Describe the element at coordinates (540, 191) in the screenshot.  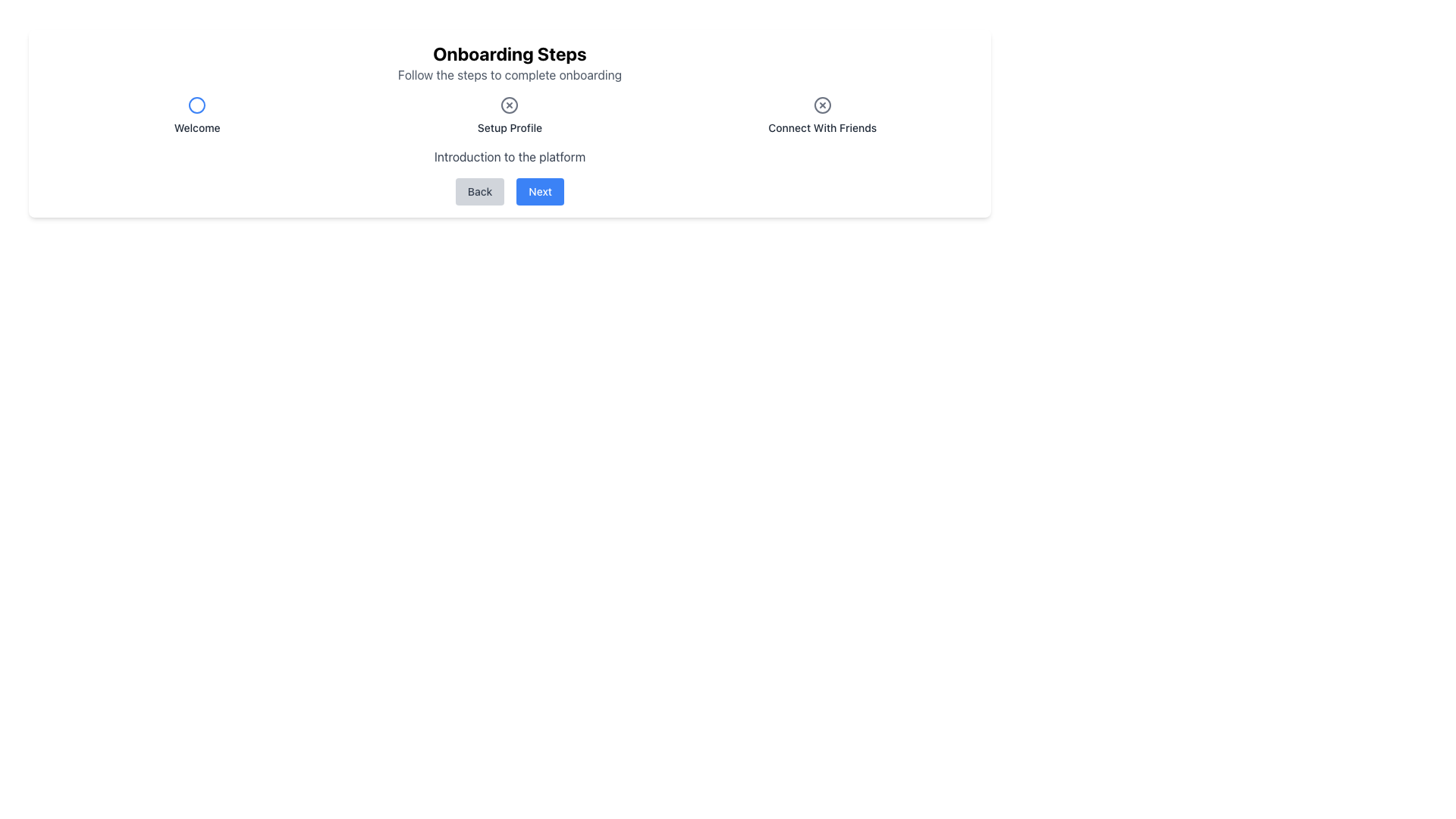
I see `the 'Next' button located at the bottom of the 'Onboarding Steps' interface` at that location.